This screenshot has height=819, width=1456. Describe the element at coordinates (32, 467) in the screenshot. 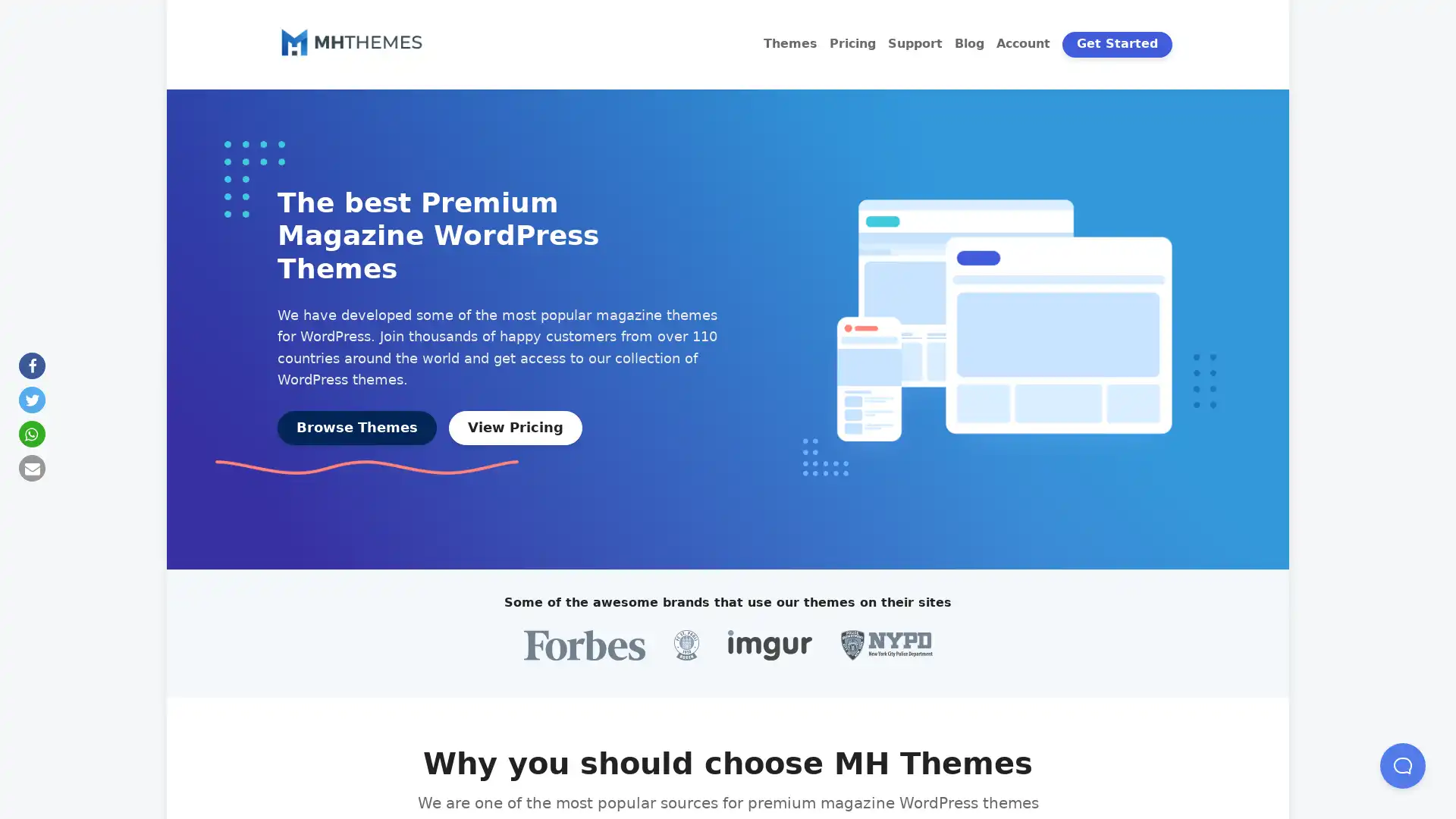

I see `Send by email` at that location.